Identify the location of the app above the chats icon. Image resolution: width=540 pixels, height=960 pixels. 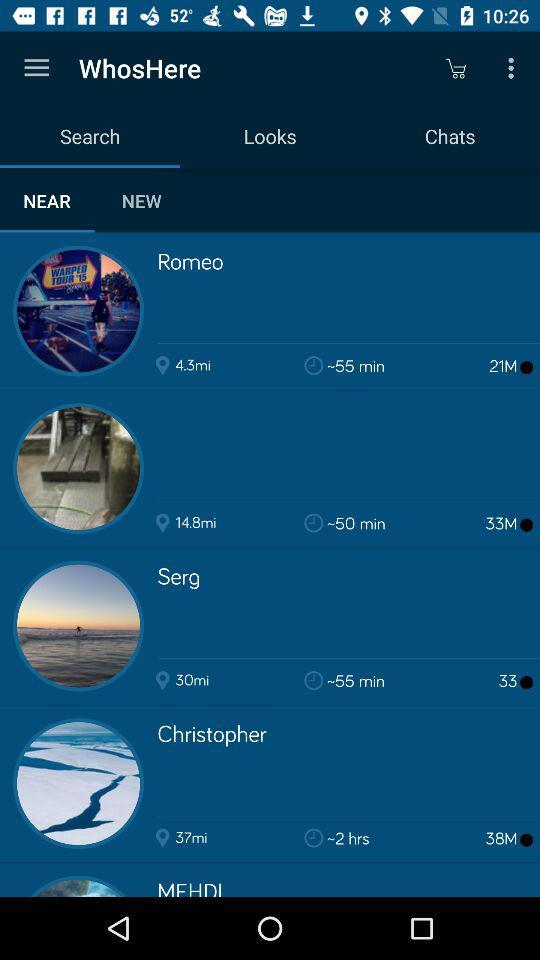
(513, 68).